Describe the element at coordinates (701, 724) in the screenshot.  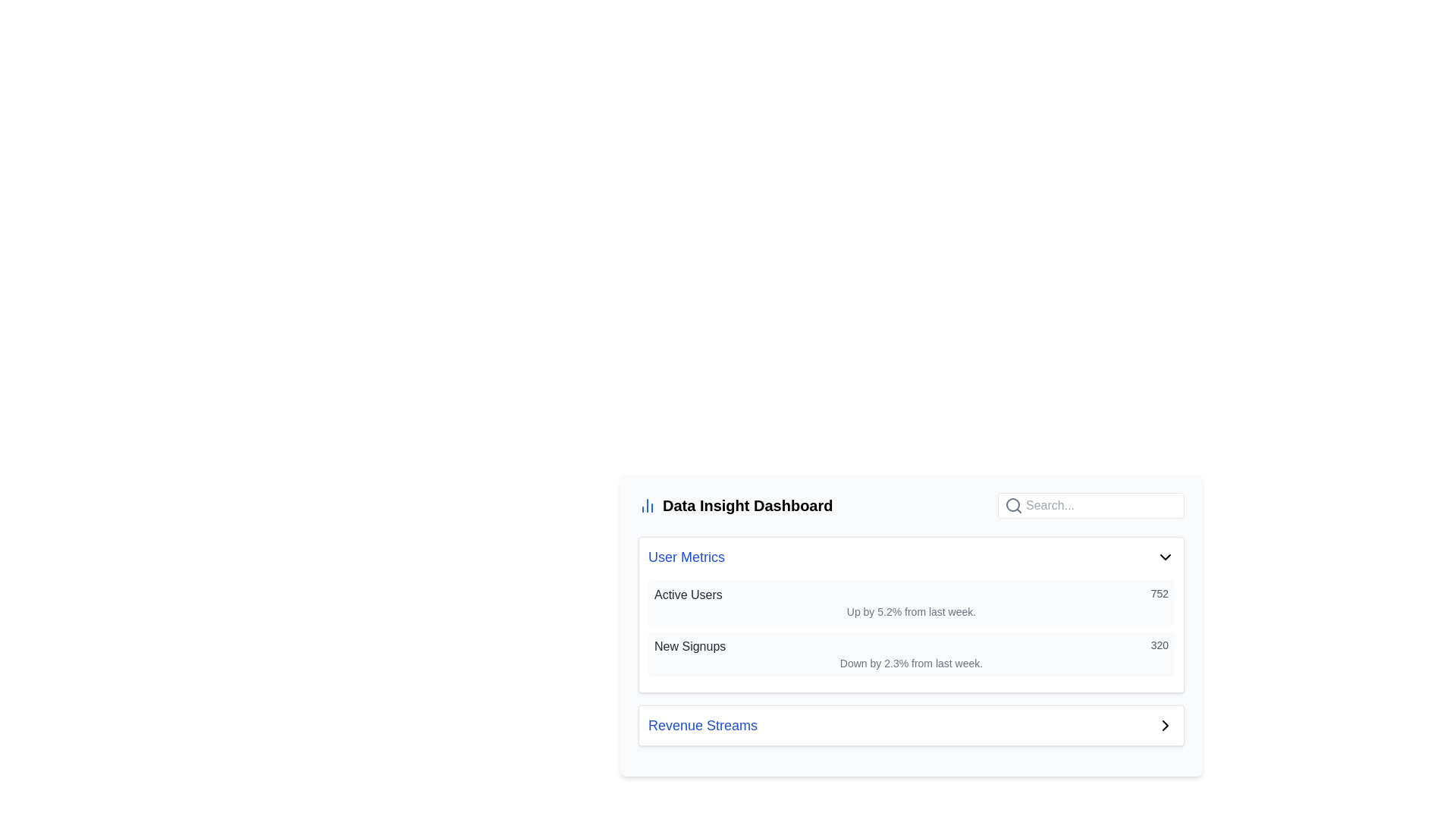
I see `the 'Revenue Streams' text label which is styled in blue and located at the bottom-center of the interface` at that location.